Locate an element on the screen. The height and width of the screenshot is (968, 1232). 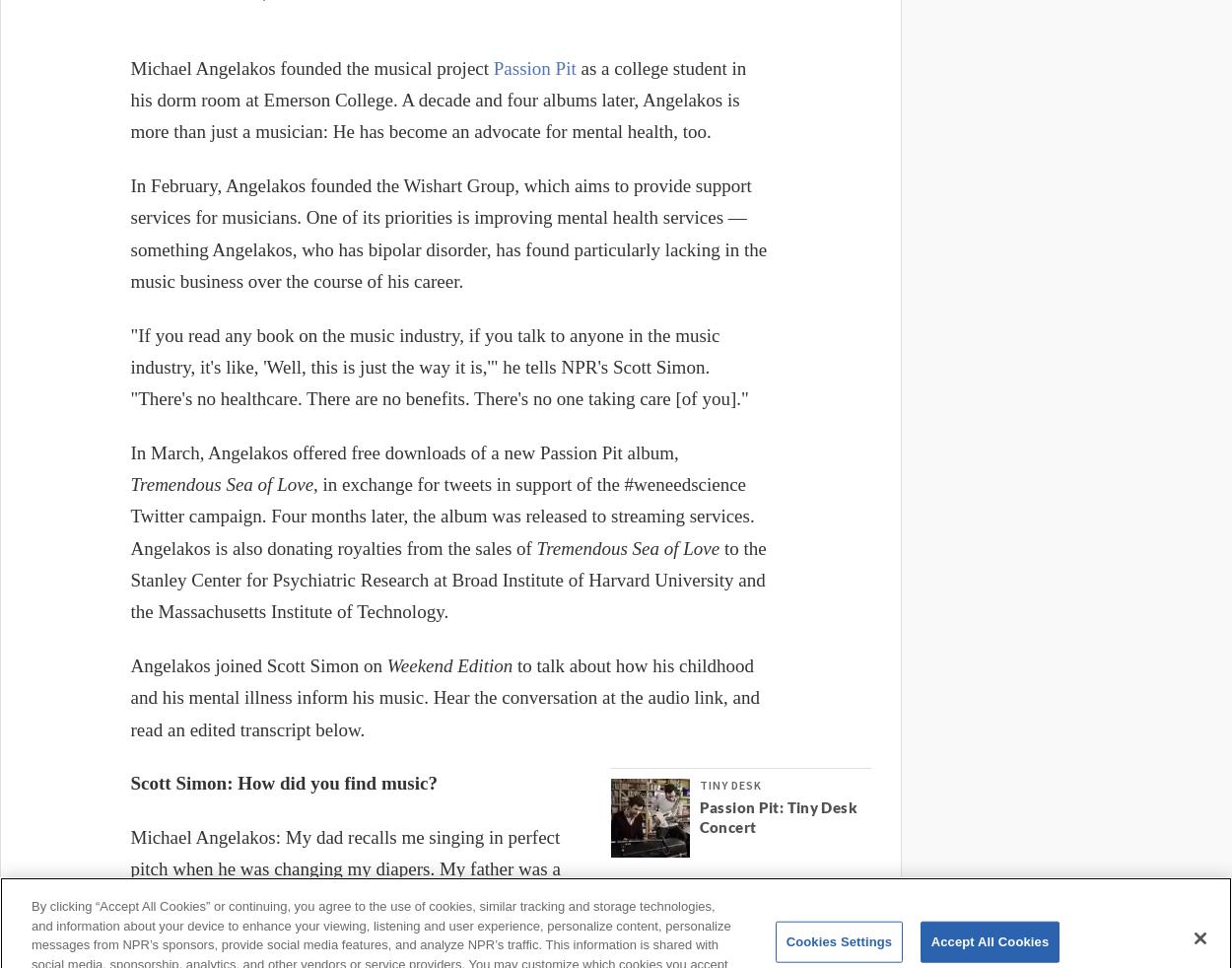
'to talk about how his childhood and his mental illness inform his music. Hear the conversation at the audio link, and read an edited transcript below.' is located at coordinates (444, 696).